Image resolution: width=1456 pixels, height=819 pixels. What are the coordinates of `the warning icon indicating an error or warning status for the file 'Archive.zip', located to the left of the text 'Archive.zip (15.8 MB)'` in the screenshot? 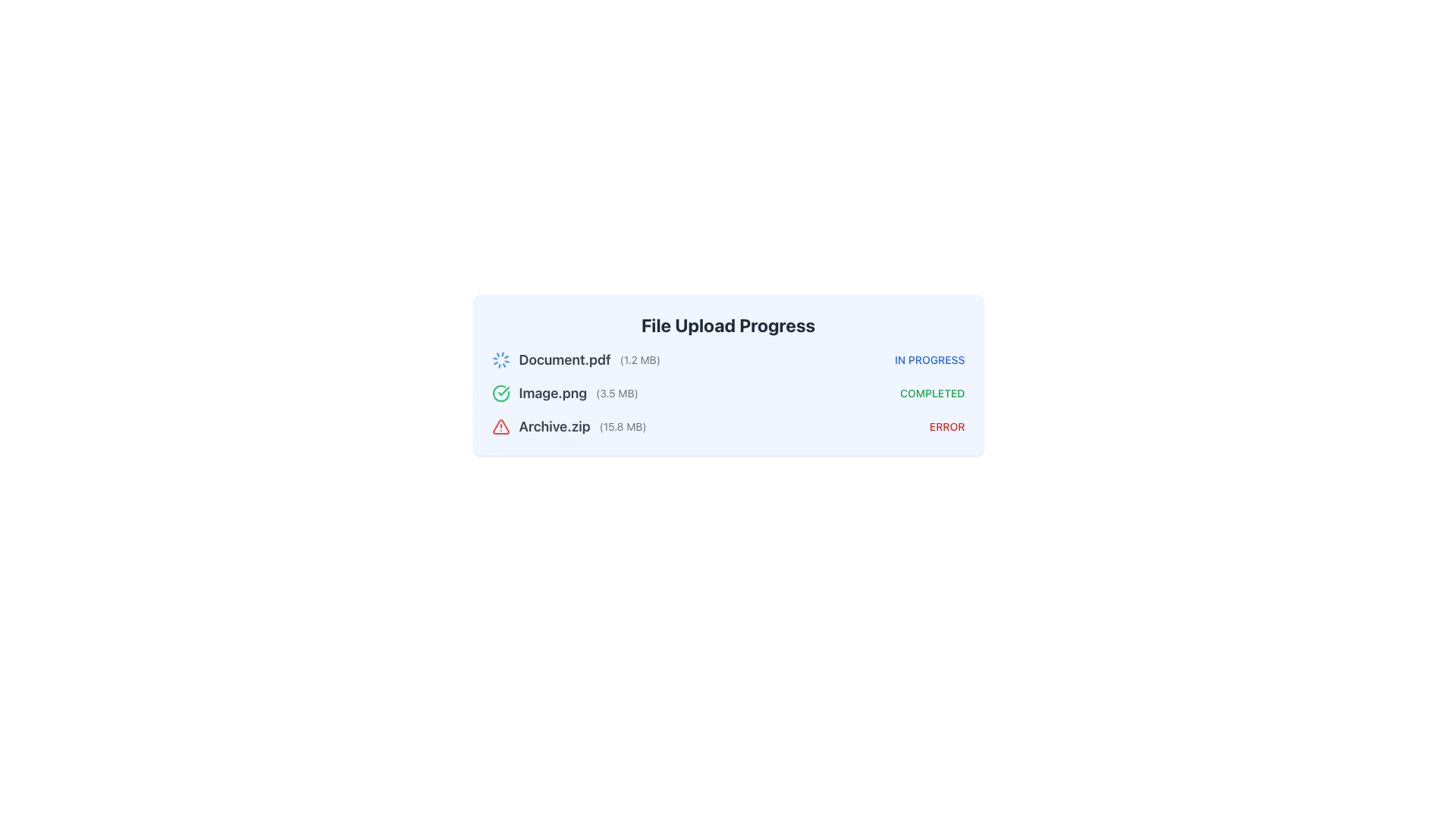 It's located at (500, 427).